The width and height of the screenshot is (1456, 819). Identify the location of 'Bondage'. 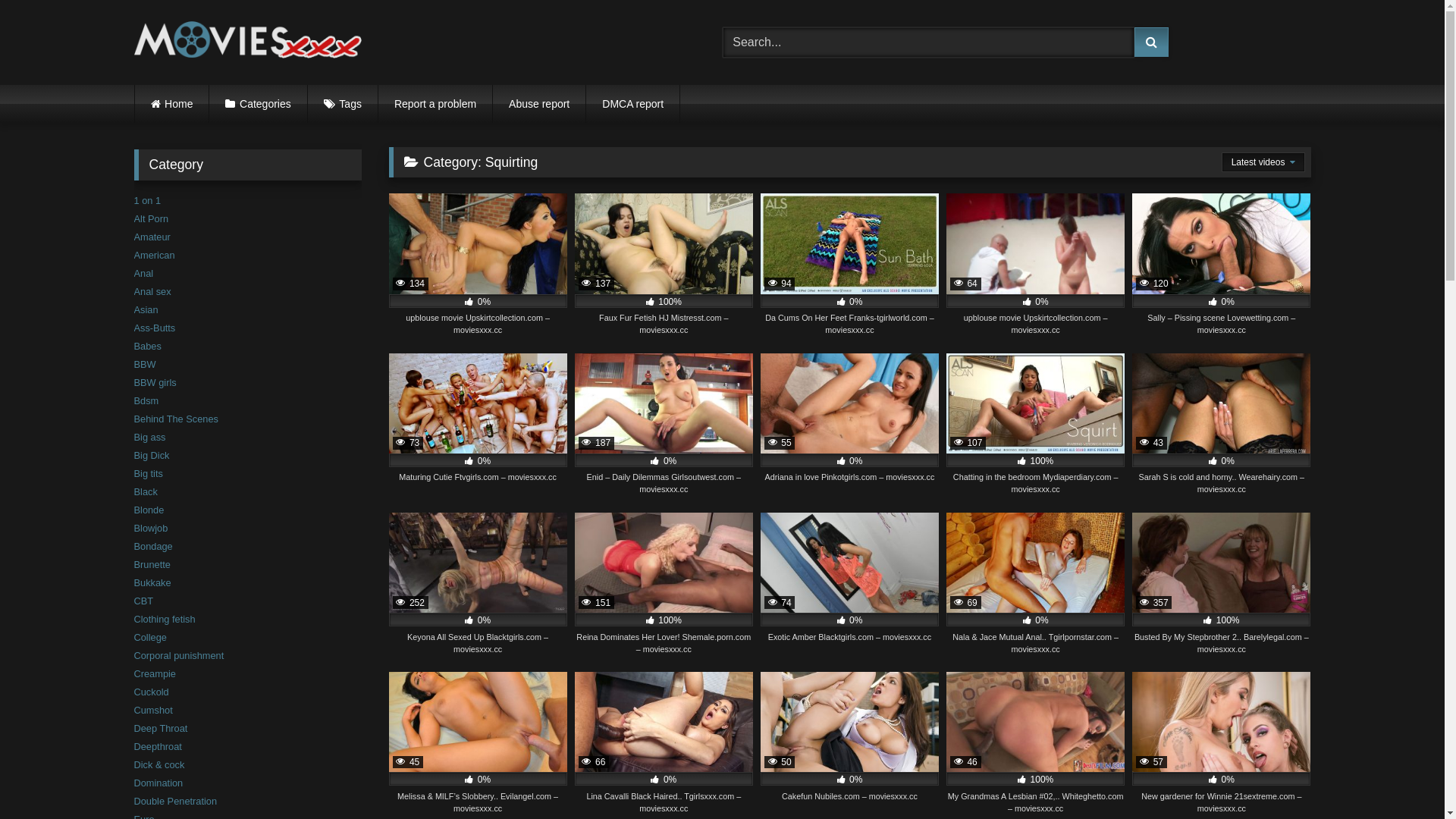
(152, 546).